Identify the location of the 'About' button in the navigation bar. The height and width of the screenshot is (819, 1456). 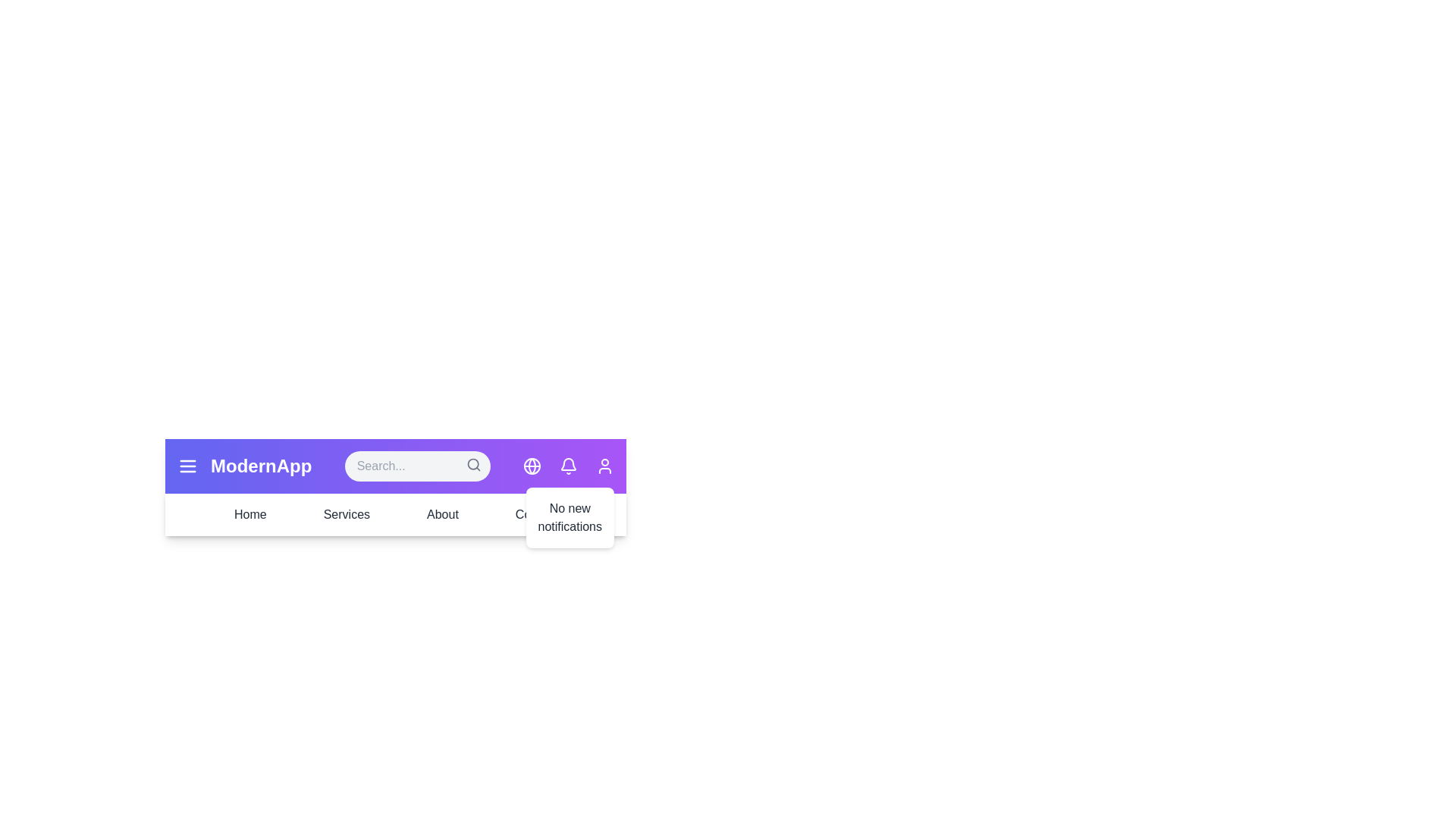
(441, 513).